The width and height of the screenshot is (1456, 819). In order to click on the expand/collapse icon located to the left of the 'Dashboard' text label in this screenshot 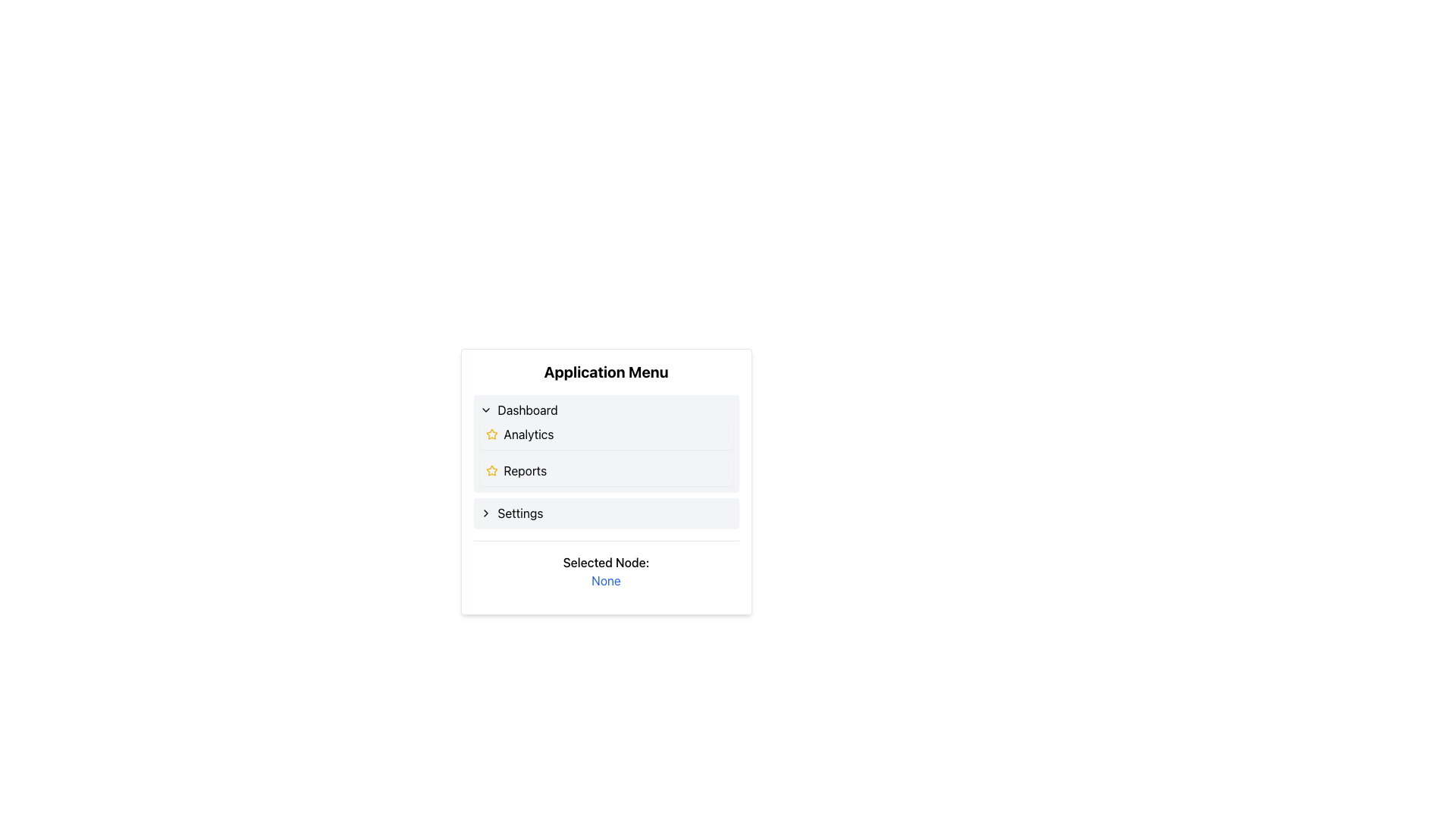, I will do `click(485, 409)`.